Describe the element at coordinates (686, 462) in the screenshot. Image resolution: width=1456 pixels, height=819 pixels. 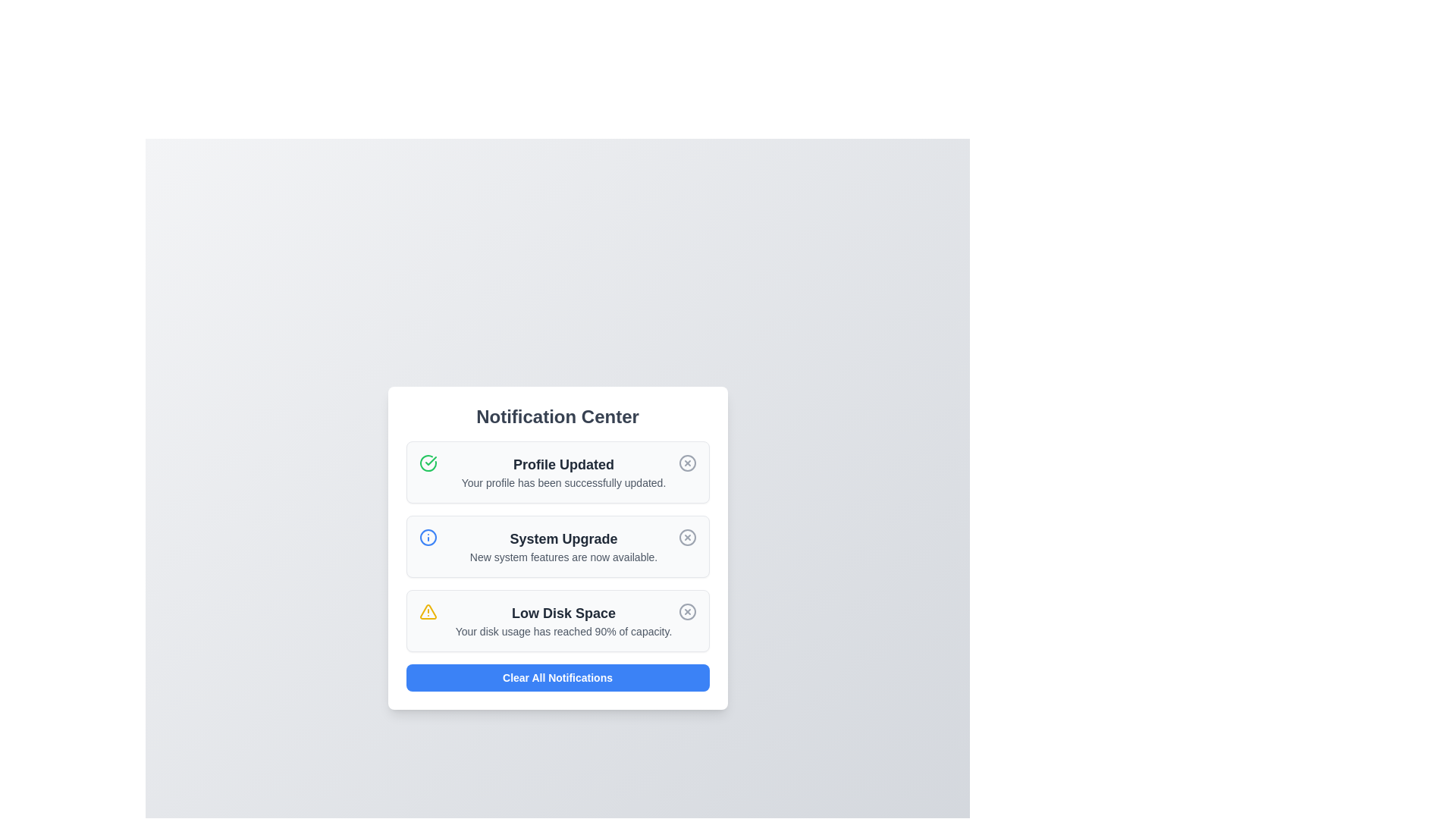
I see `the circular button with an 'X' icon in the top-right corner of the 'Profile Updated' notification card` at that location.